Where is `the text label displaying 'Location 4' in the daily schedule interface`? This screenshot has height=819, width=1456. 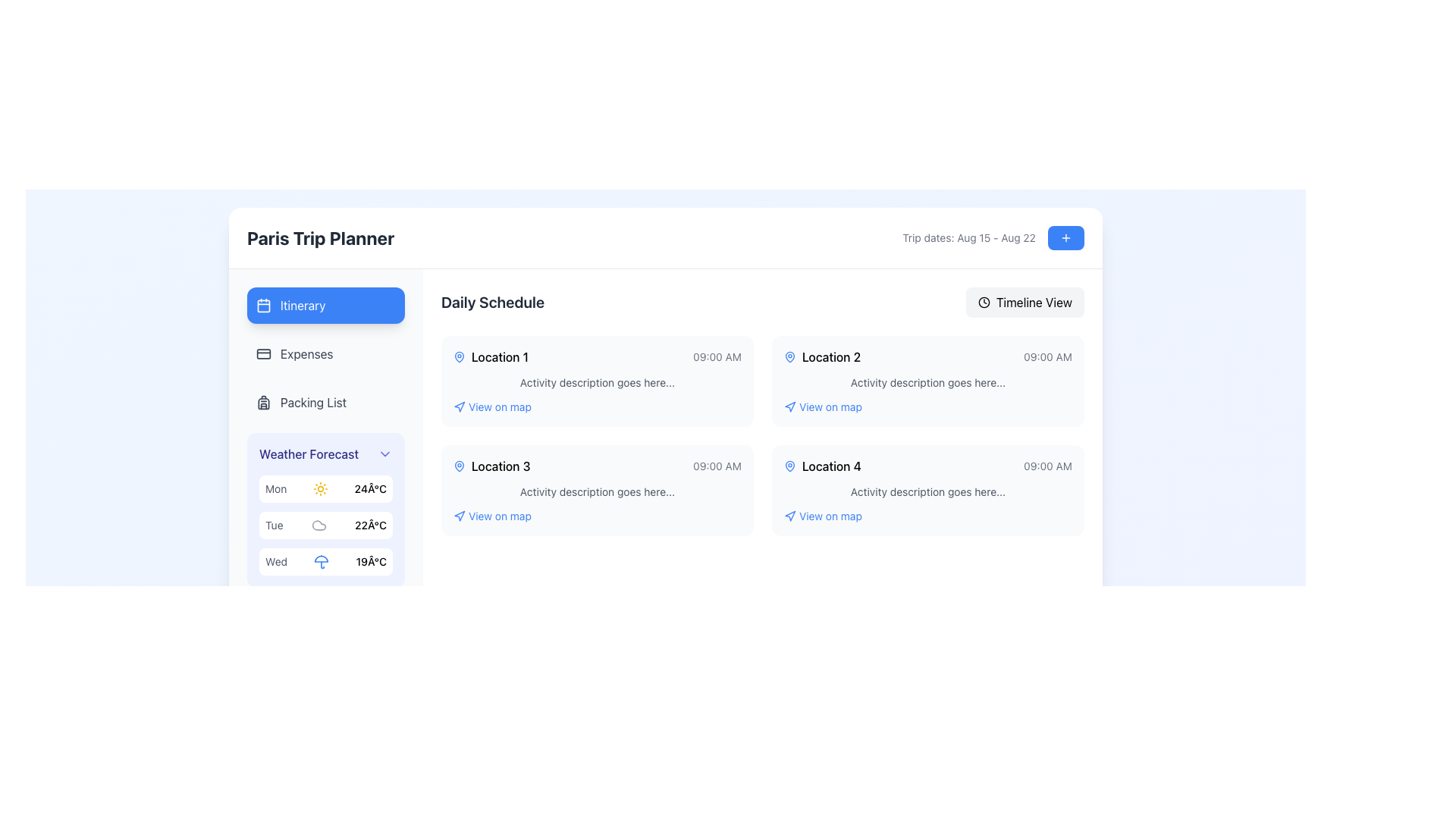 the text label displaying 'Location 4' in the daily schedule interface is located at coordinates (830, 465).